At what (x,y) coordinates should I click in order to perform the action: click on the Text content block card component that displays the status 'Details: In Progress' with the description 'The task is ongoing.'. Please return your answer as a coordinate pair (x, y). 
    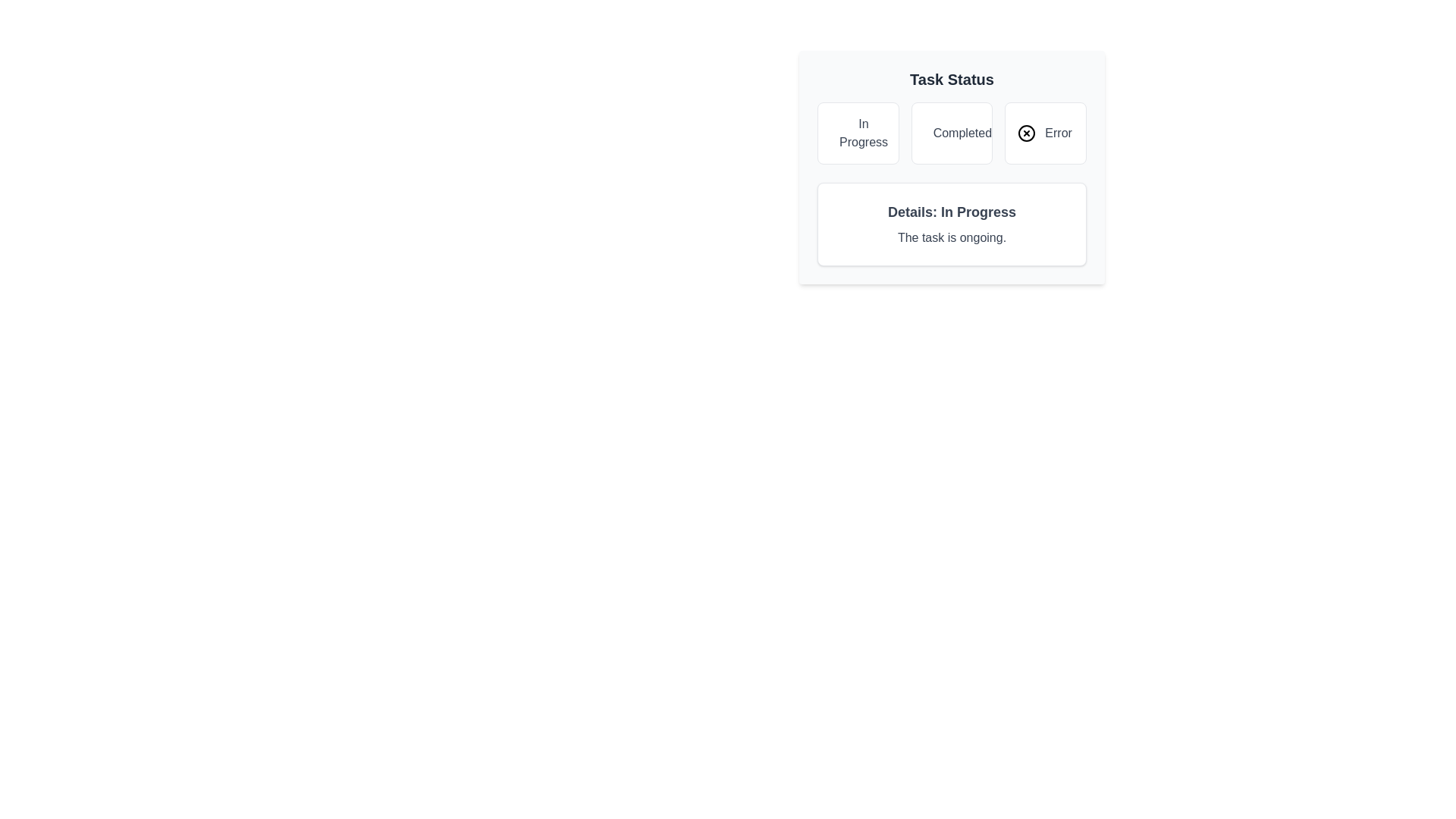
    Looking at the image, I should click on (951, 224).